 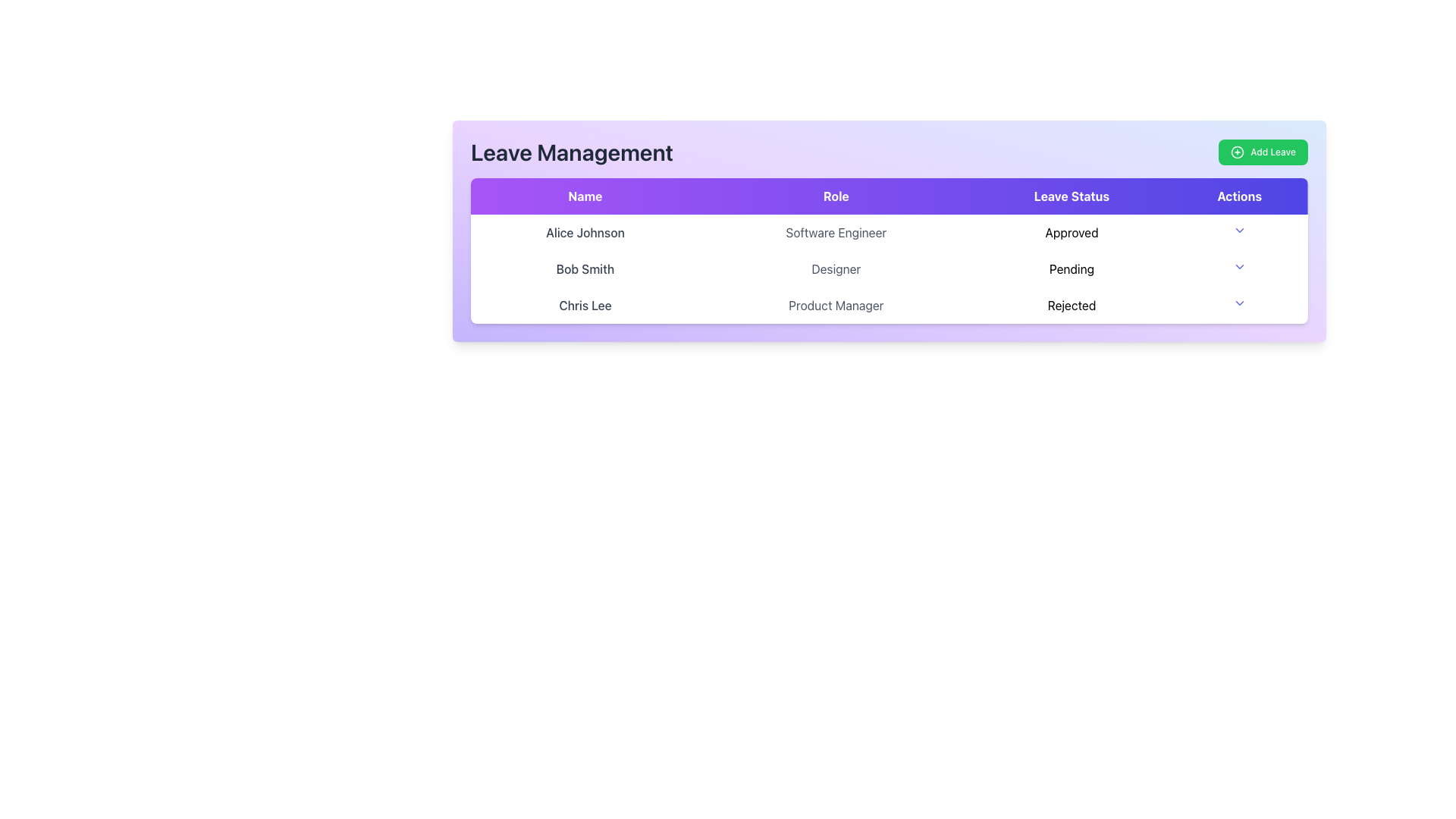 I want to click on the 'Name' column header in the table to associate data under it, so click(x=585, y=195).